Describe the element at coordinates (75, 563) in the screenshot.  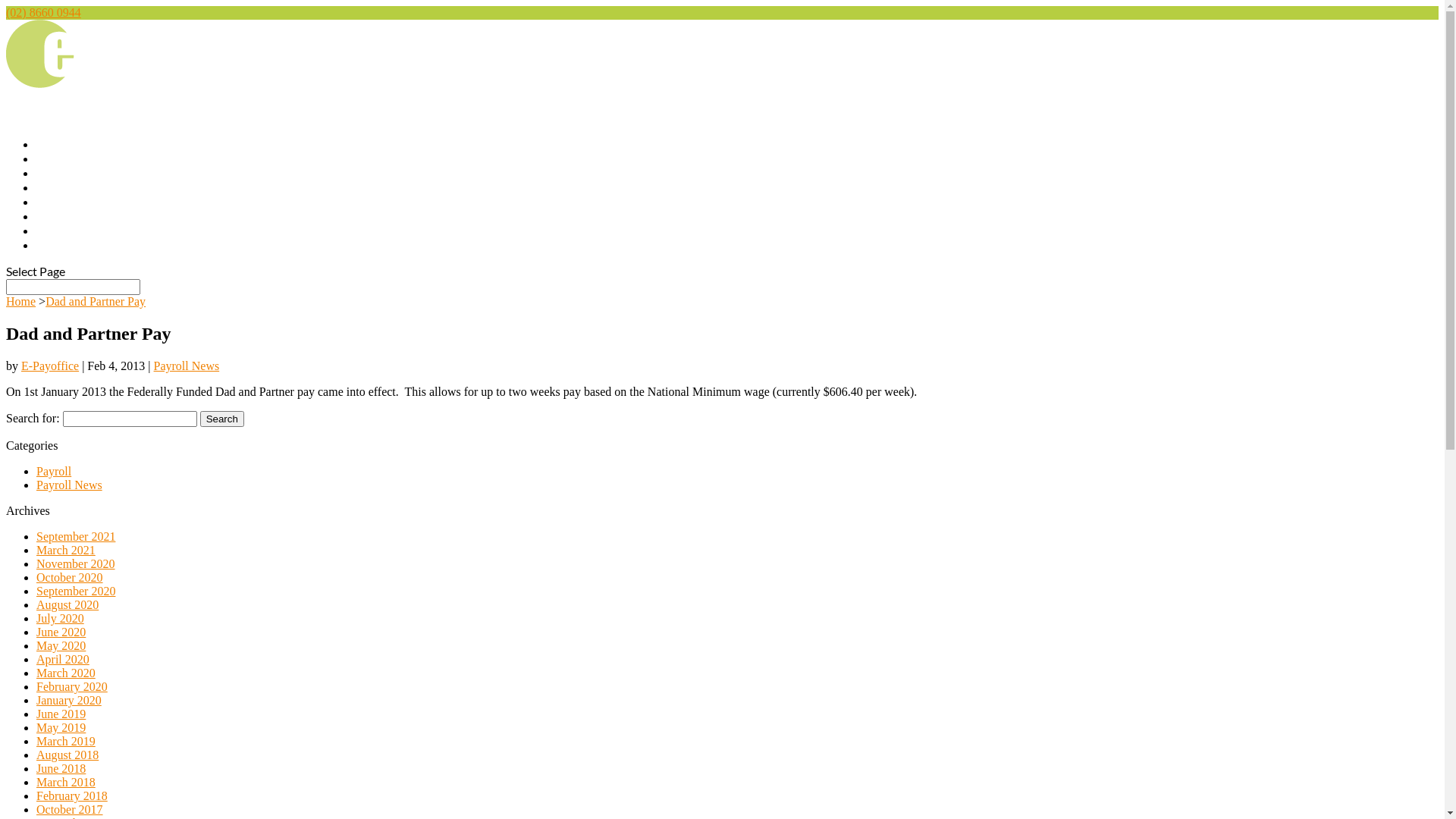
I see `'November 2020'` at that location.